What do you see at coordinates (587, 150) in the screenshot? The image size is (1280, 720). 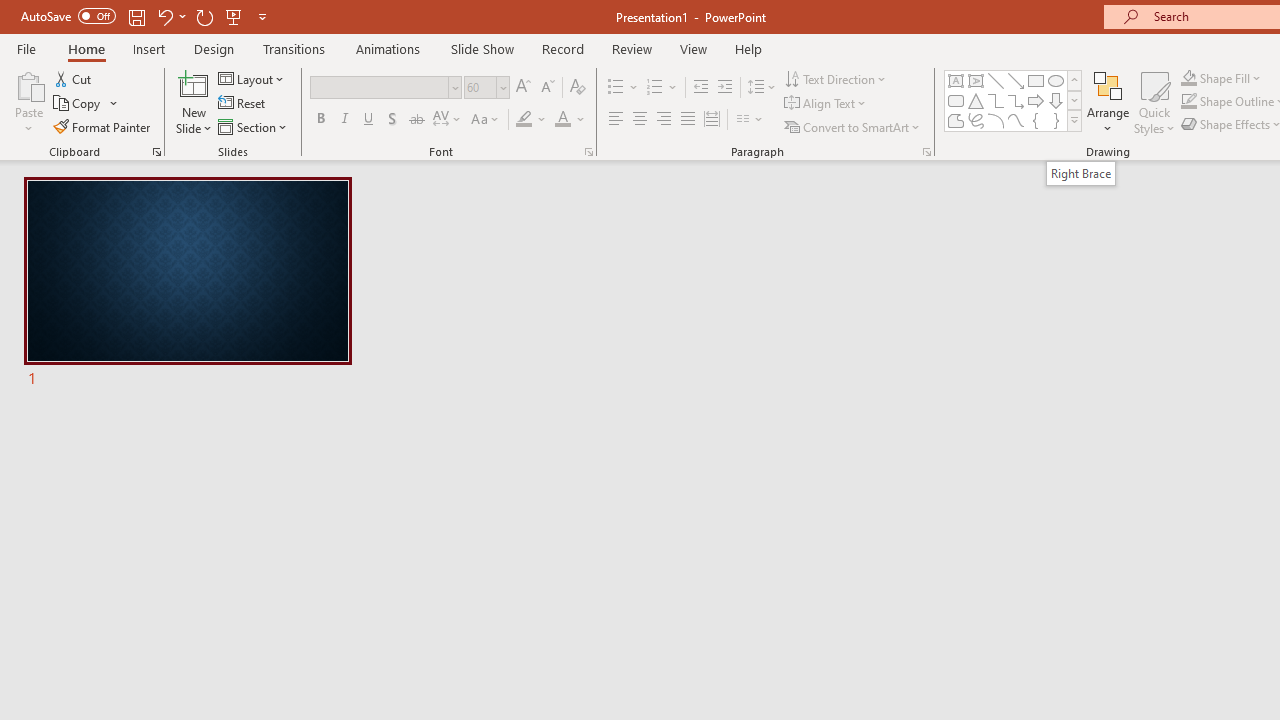 I see `'Font...'` at bounding box center [587, 150].